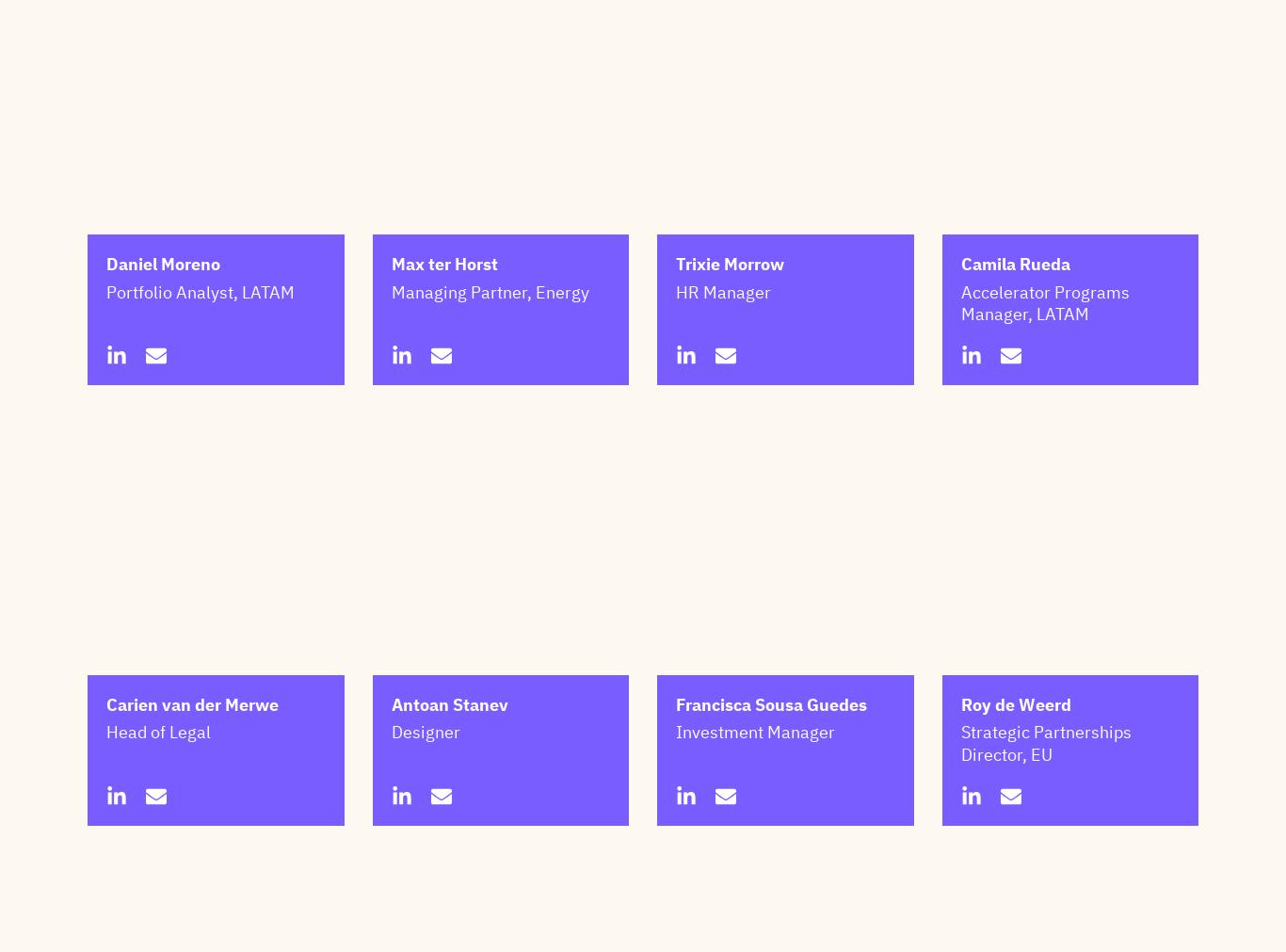 The width and height of the screenshot is (1286, 952). What do you see at coordinates (449, 798) in the screenshot?
I see `'Antoan Stanev'` at bounding box center [449, 798].